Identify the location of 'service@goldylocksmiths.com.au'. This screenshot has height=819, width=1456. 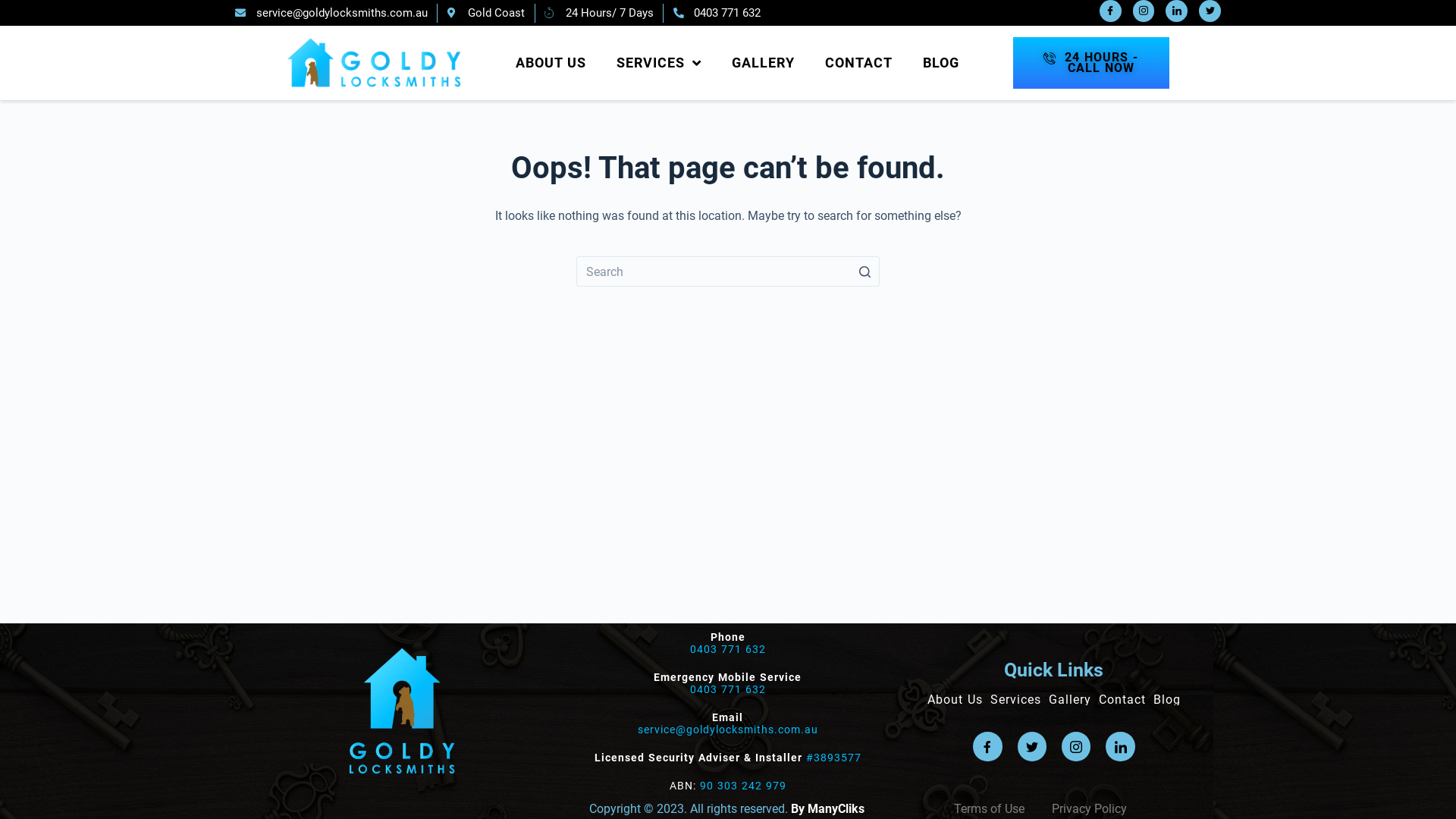
(330, 13).